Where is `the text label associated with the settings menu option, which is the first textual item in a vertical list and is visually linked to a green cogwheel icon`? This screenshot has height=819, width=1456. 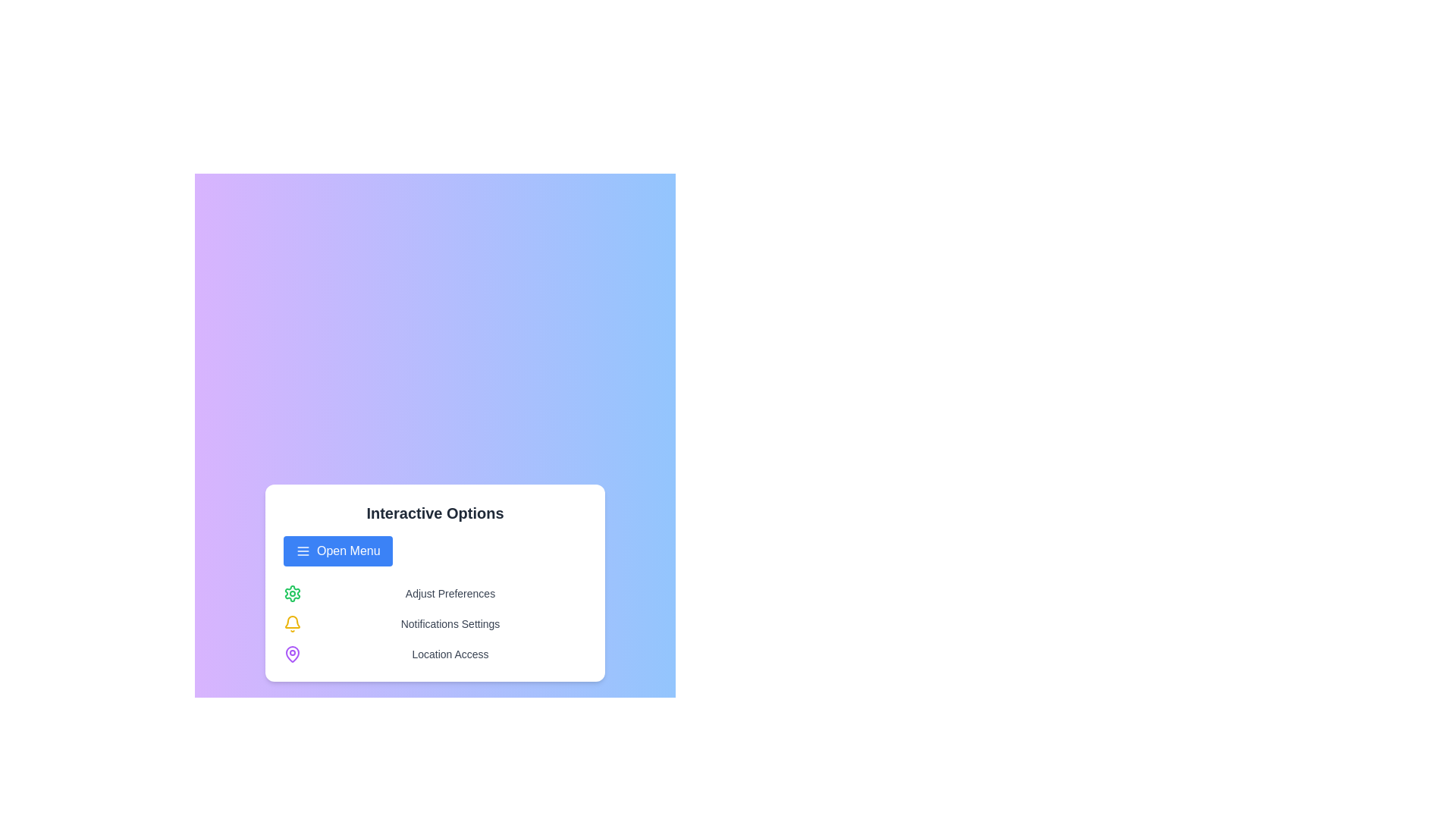 the text label associated with the settings menu option, which is the first textual item in a vertical list and is visually linked to a green cogwheel icon is located at coordinates (450, 593).